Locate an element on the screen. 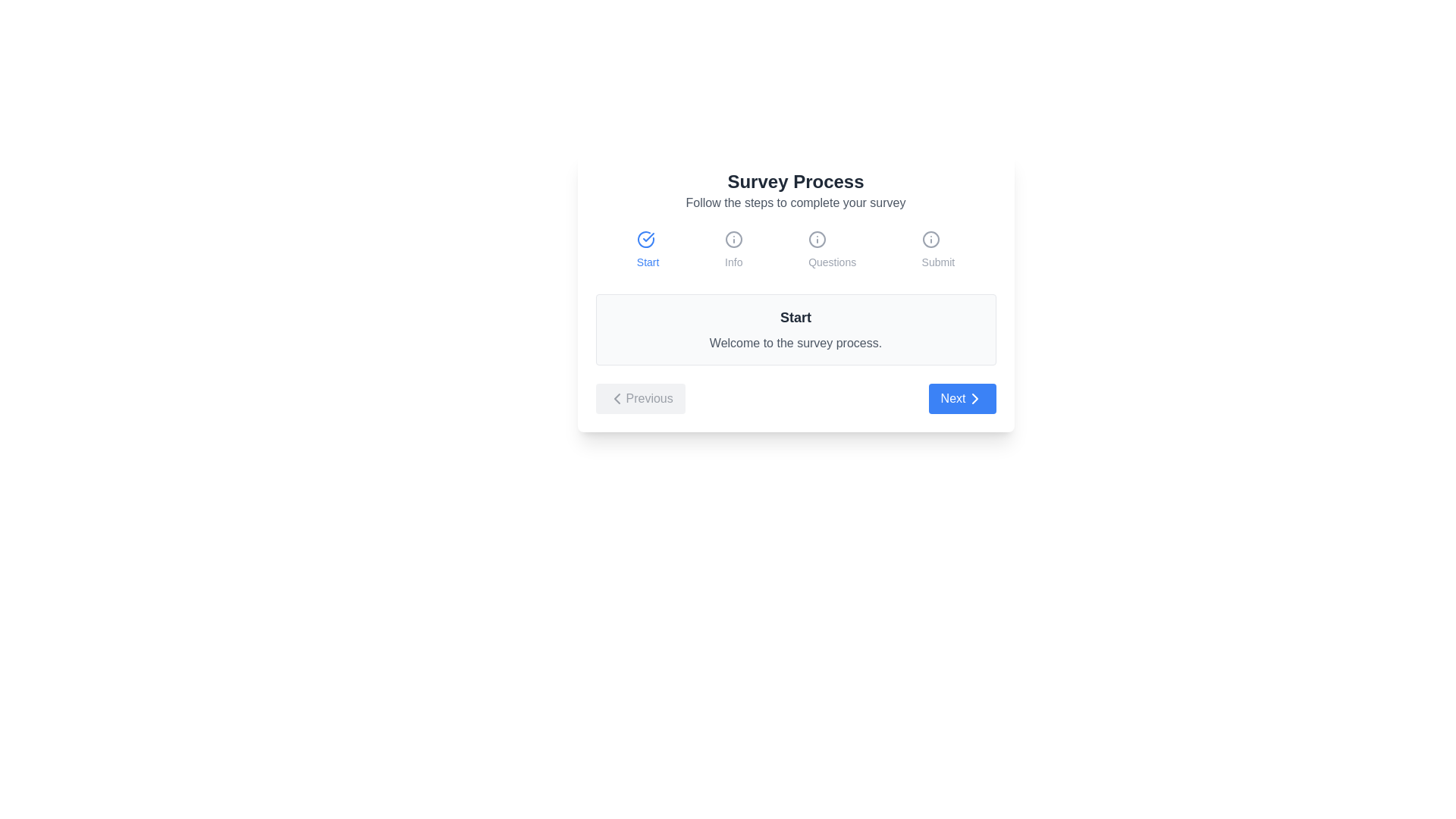 The height and width of the screenshot is (819, 1456). the blue checkmark icon with a circular outline located prominently in the upper portion of the interface, specifically on the leftmost side of a row of circular icons, above the text label 'Start' is located at coordinates (648, 239).